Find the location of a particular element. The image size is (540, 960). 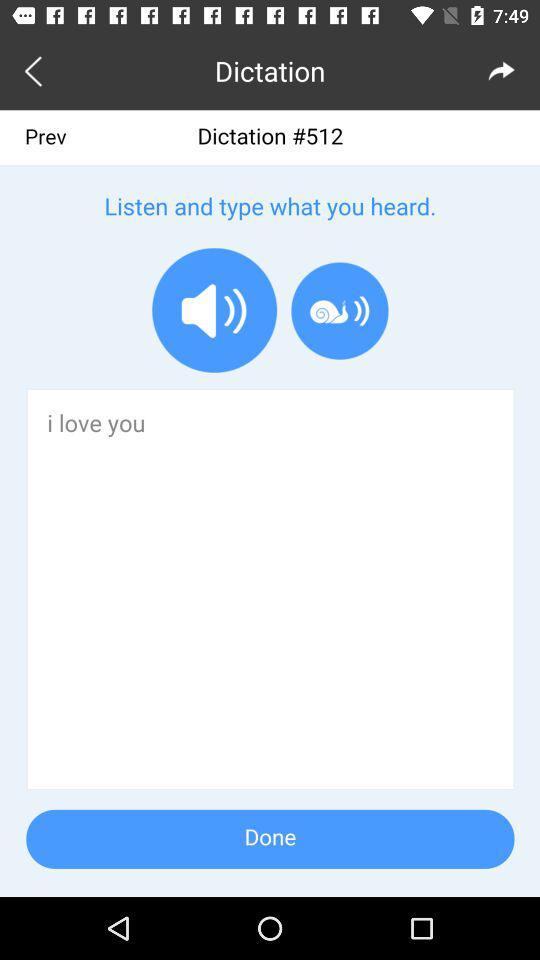

go forward/next is located at coordinates (501, 70).